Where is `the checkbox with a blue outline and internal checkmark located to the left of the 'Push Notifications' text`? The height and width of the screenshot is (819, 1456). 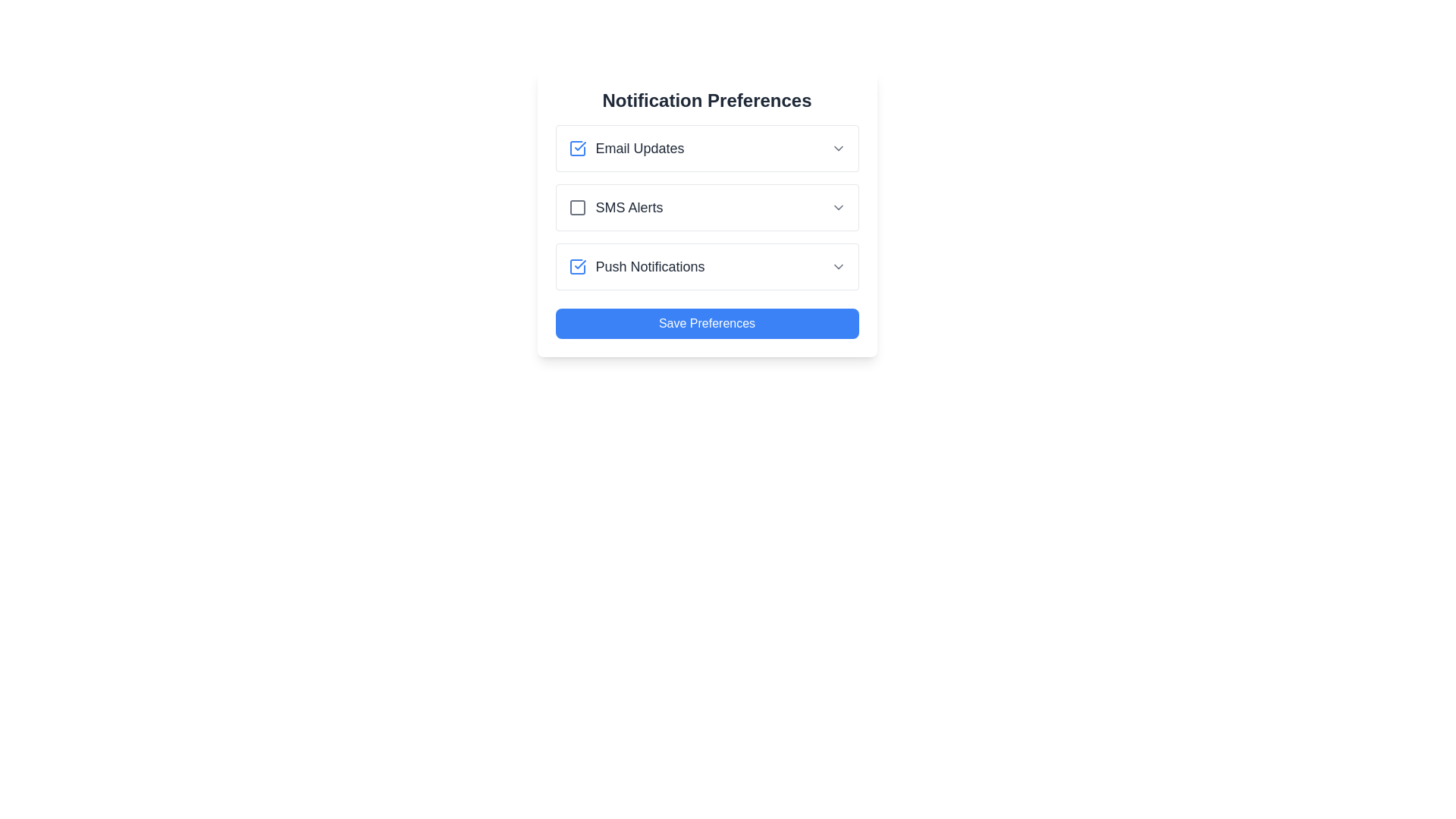 the checkbox with a blue outline and internal checkmark located to the left of the 'Push Notifications' text is located at coordinates (576, 265).